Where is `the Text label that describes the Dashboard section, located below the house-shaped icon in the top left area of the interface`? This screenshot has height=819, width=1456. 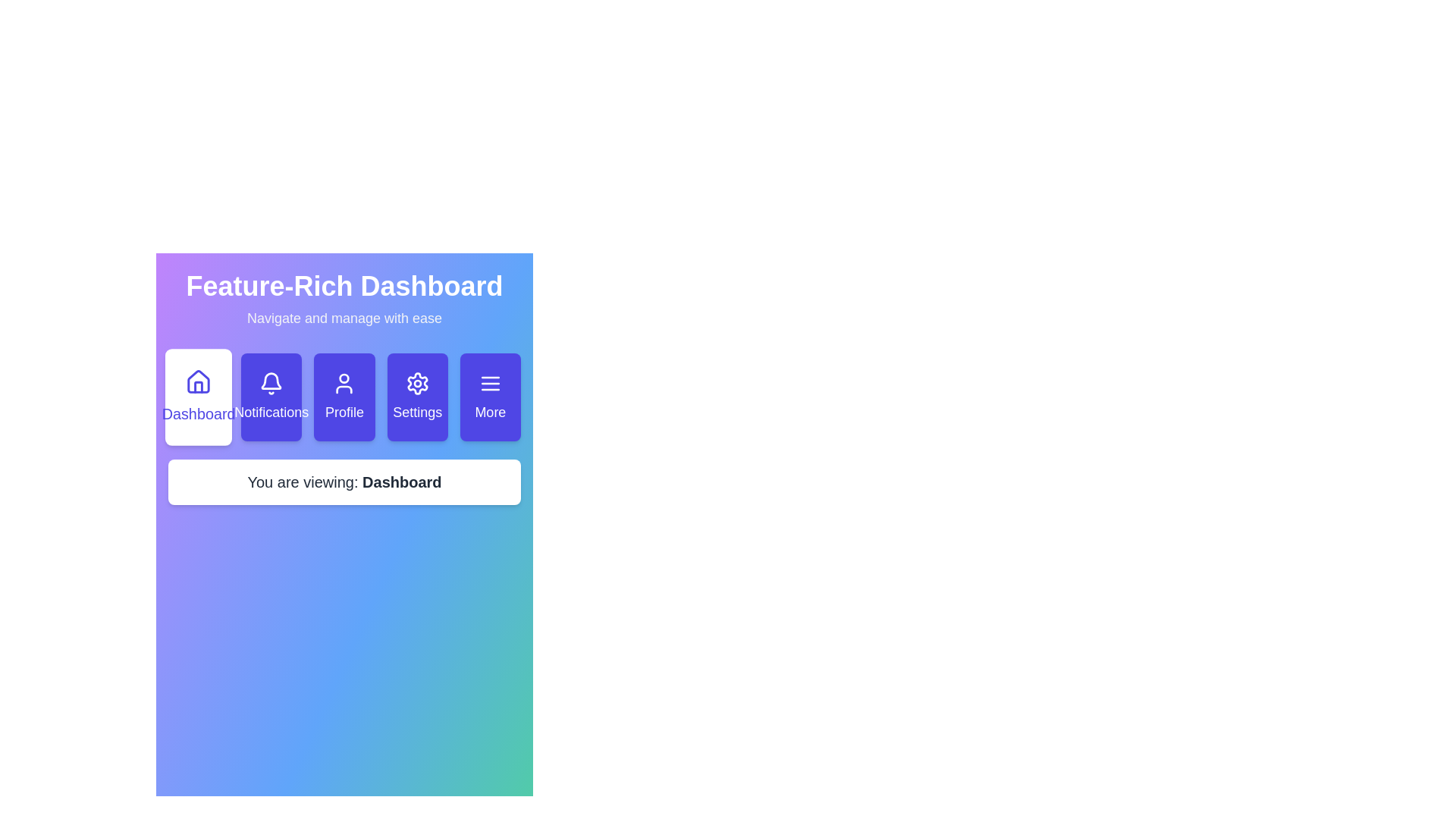
the Text label that describes the Dashboard section, located below the house-shaped icon in the top left area of the interface is located at coordinates (198, 414).